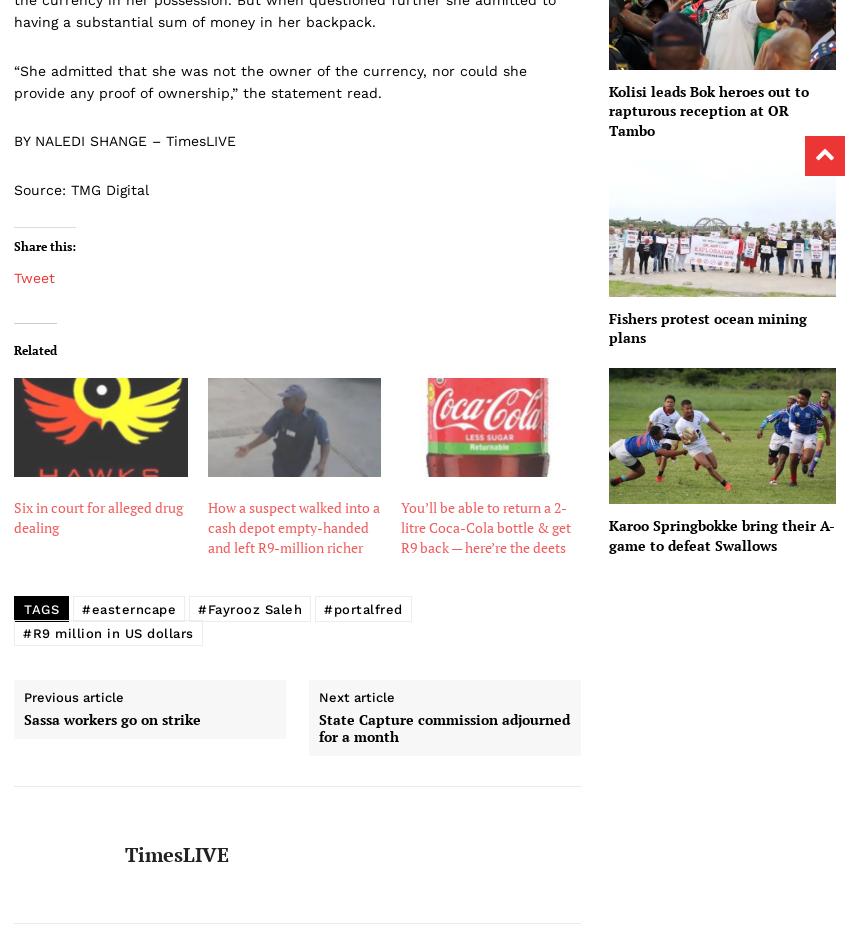  I want to click on 'Karoo Springbokke bring their A-game to defeat Swallows', so click(720, 533).